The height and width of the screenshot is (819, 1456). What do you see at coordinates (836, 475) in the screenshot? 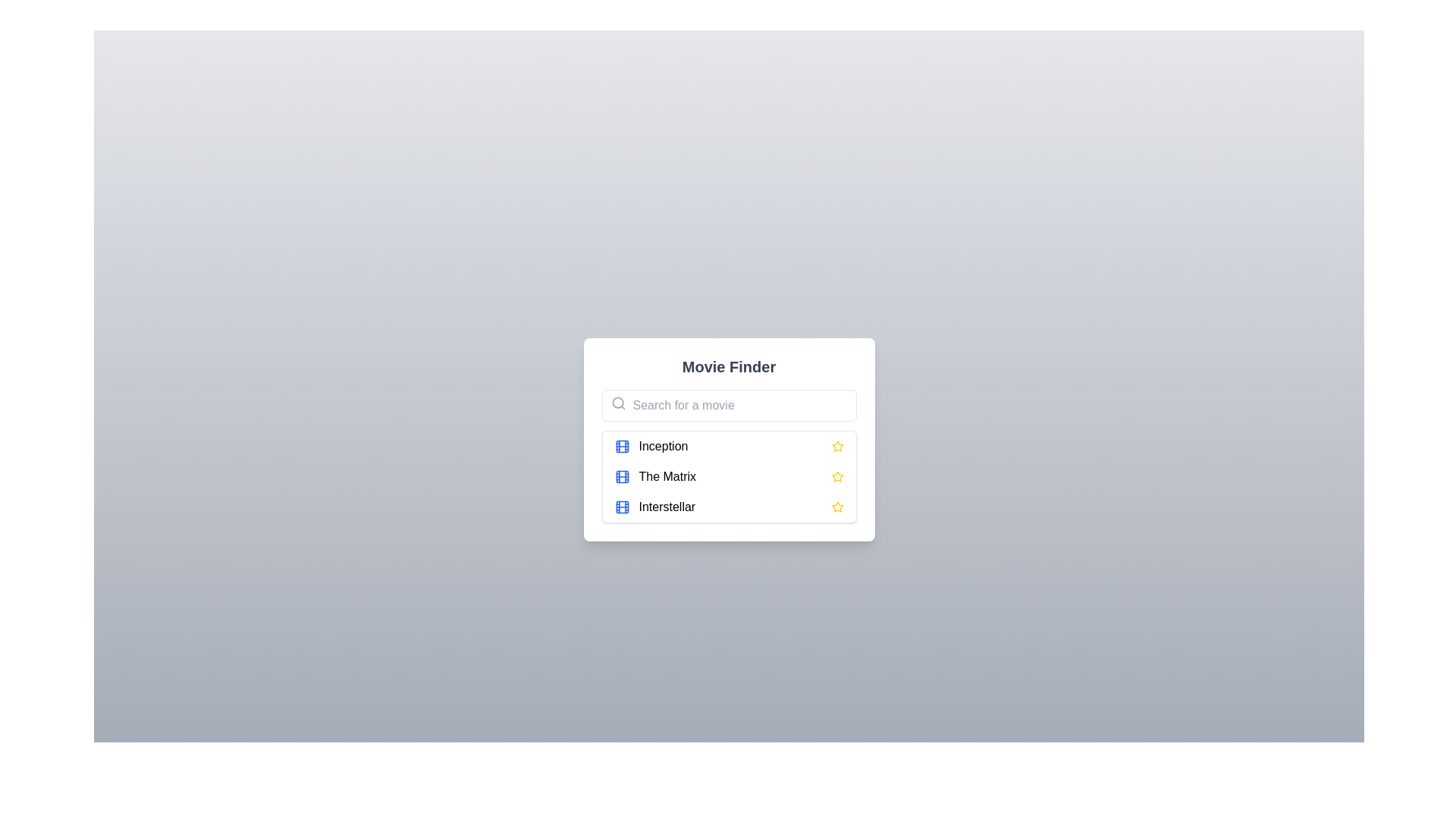
I see `the star icon with a yellow outline located on the right side of the row labeled 'The Matrix' to interact with it` at bounding box center [836, 475].